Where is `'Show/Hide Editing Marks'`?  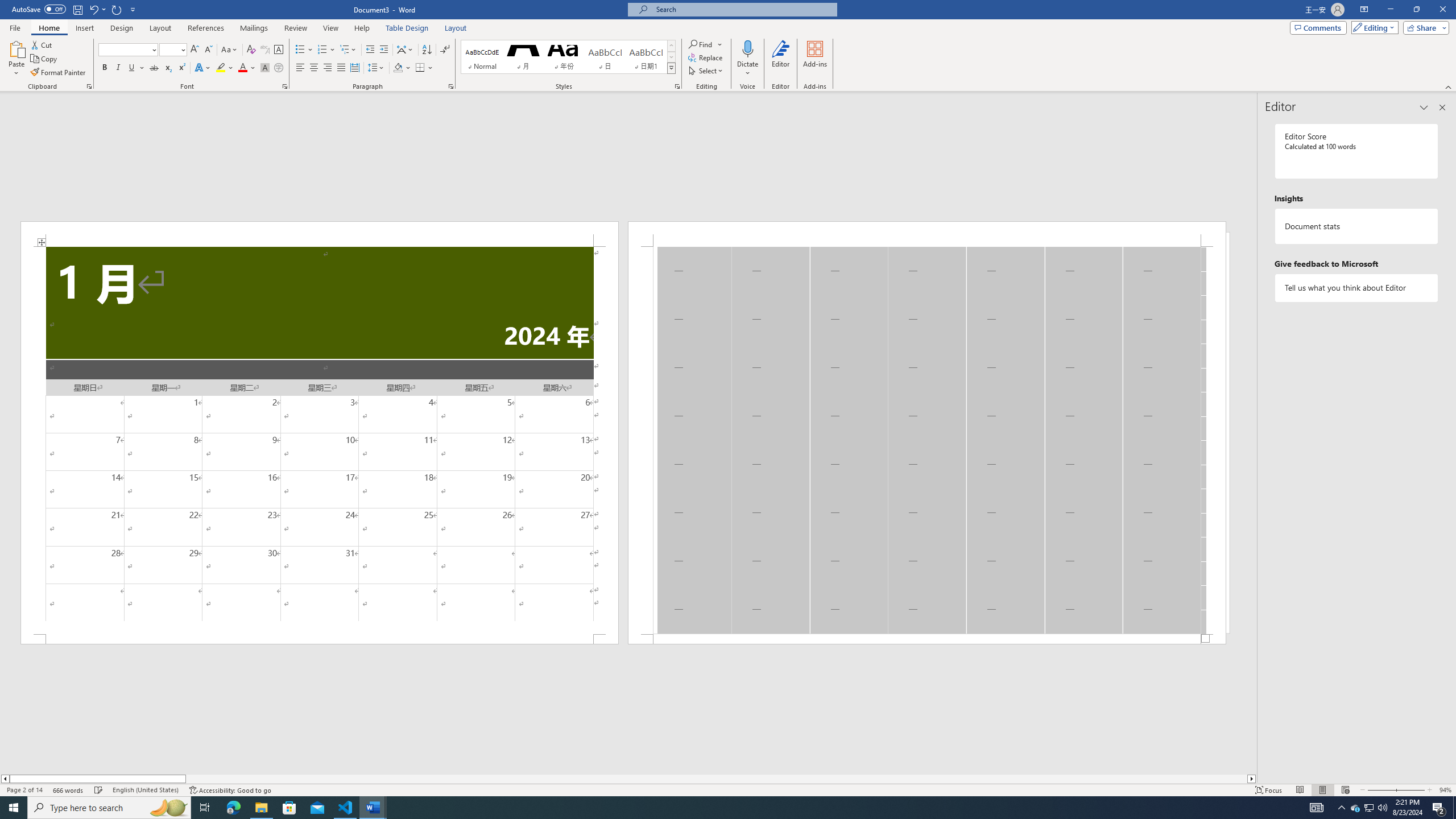
'Show/Hide Editing Marks' is located at coordinates (445, 49).